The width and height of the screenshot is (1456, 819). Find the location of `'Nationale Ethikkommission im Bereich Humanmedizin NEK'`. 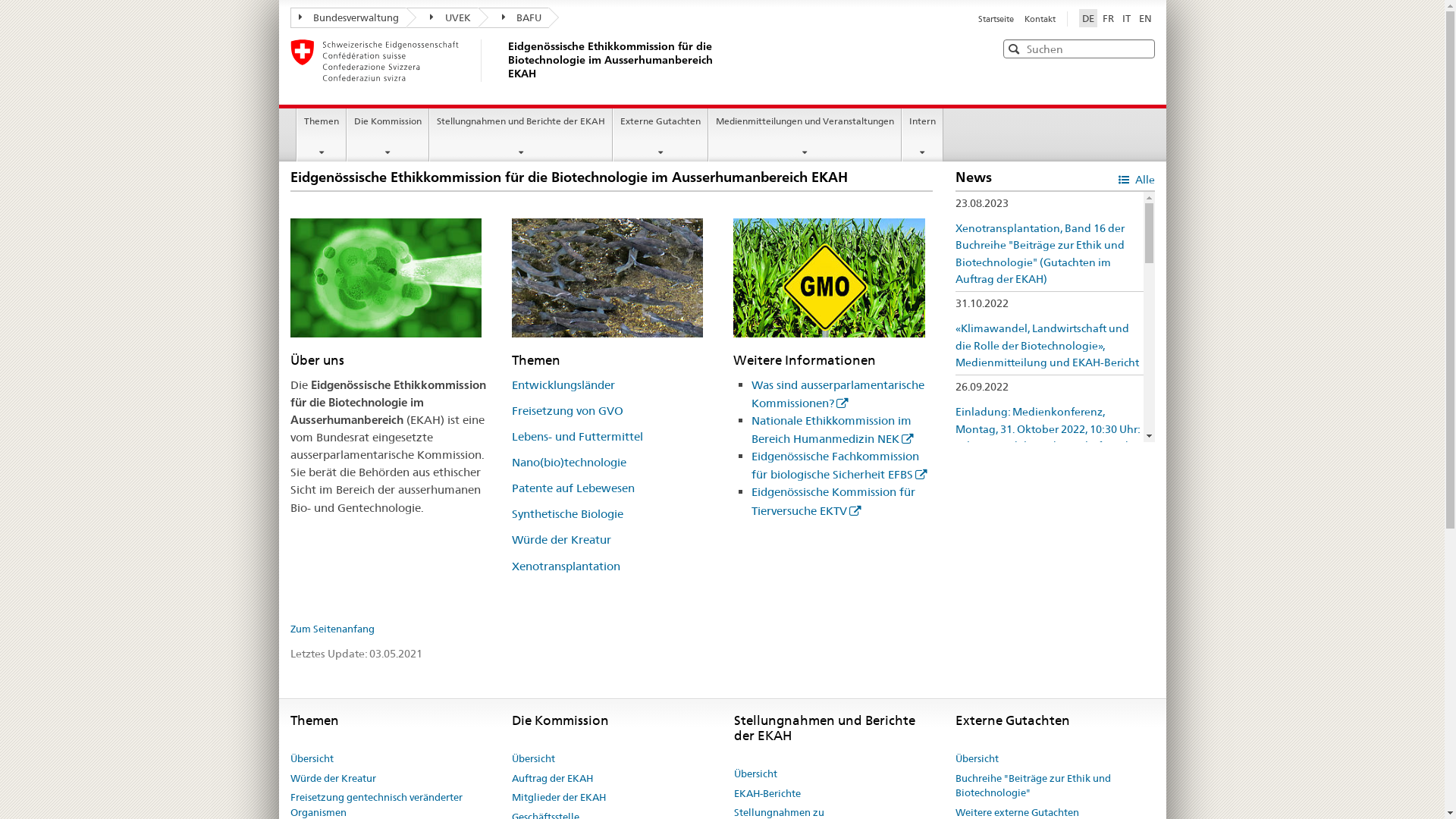

'Nationale Ethikkommission im Bereich Humanmedizin NEK' is located at coordinates (831, 429).